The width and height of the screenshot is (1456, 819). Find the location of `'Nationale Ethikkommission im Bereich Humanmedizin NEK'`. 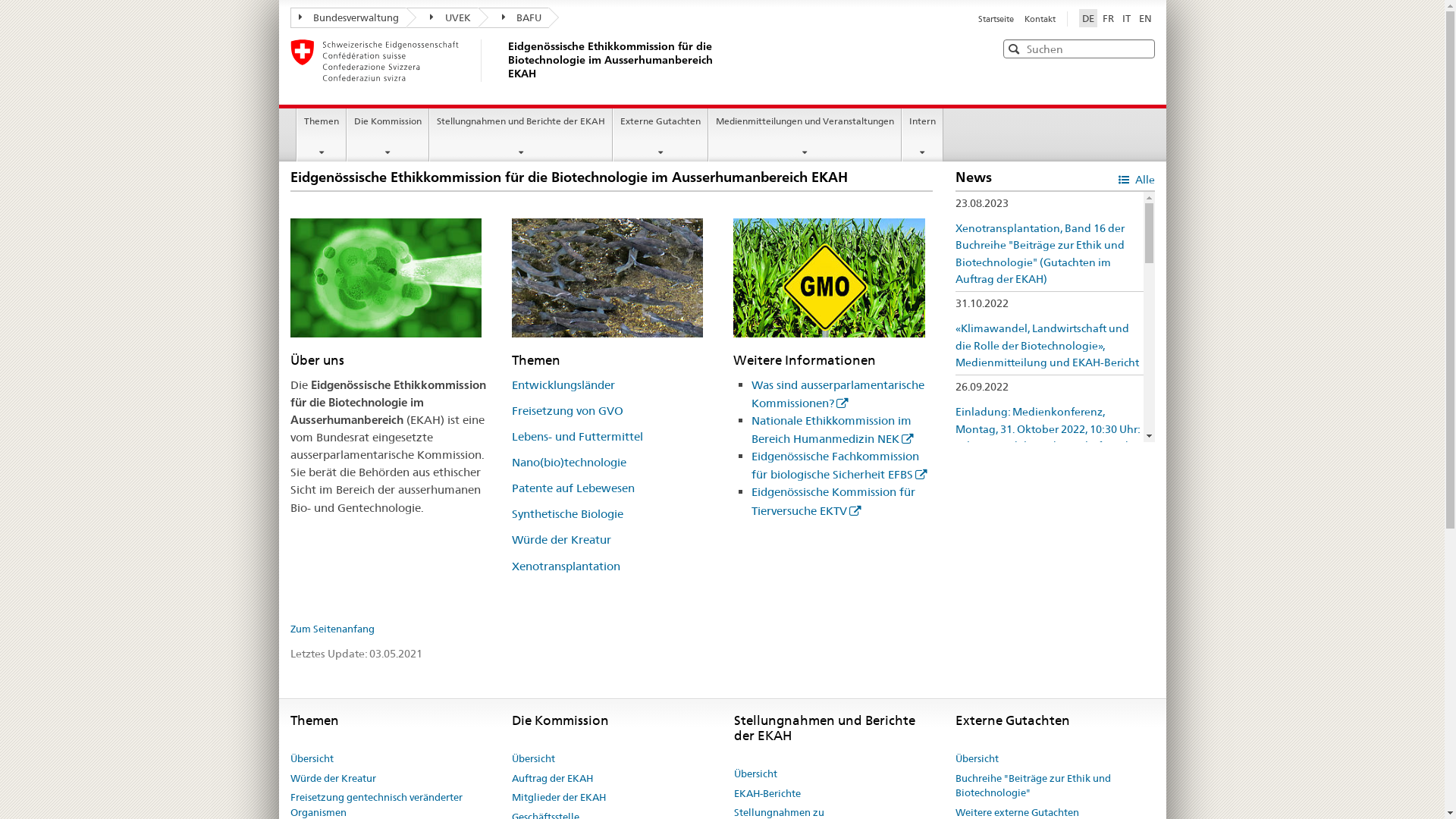

'Nationale Ethikkommission im Bereich Humanmedizin NEK' is located at coordinates (831, 429).